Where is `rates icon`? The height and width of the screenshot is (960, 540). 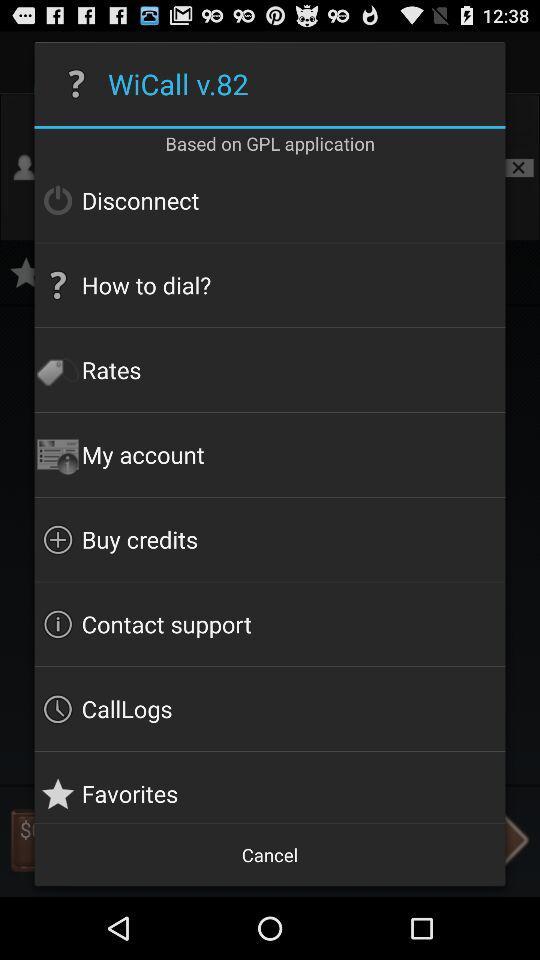 rates icon is located at coordinates (270, 369).